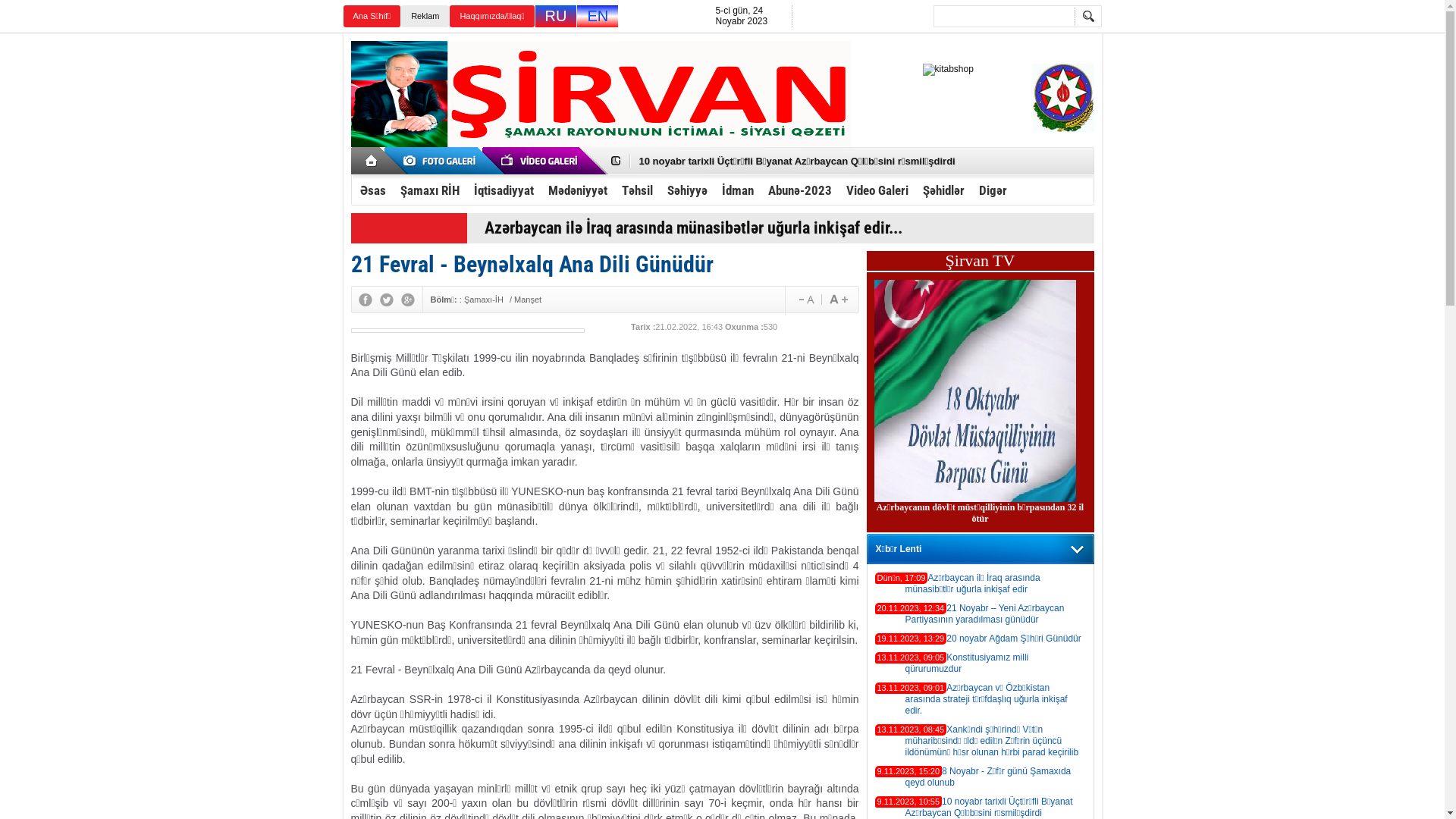 The image size is (1456, 819). I want to click on 'Facebook', so click(364, 299).